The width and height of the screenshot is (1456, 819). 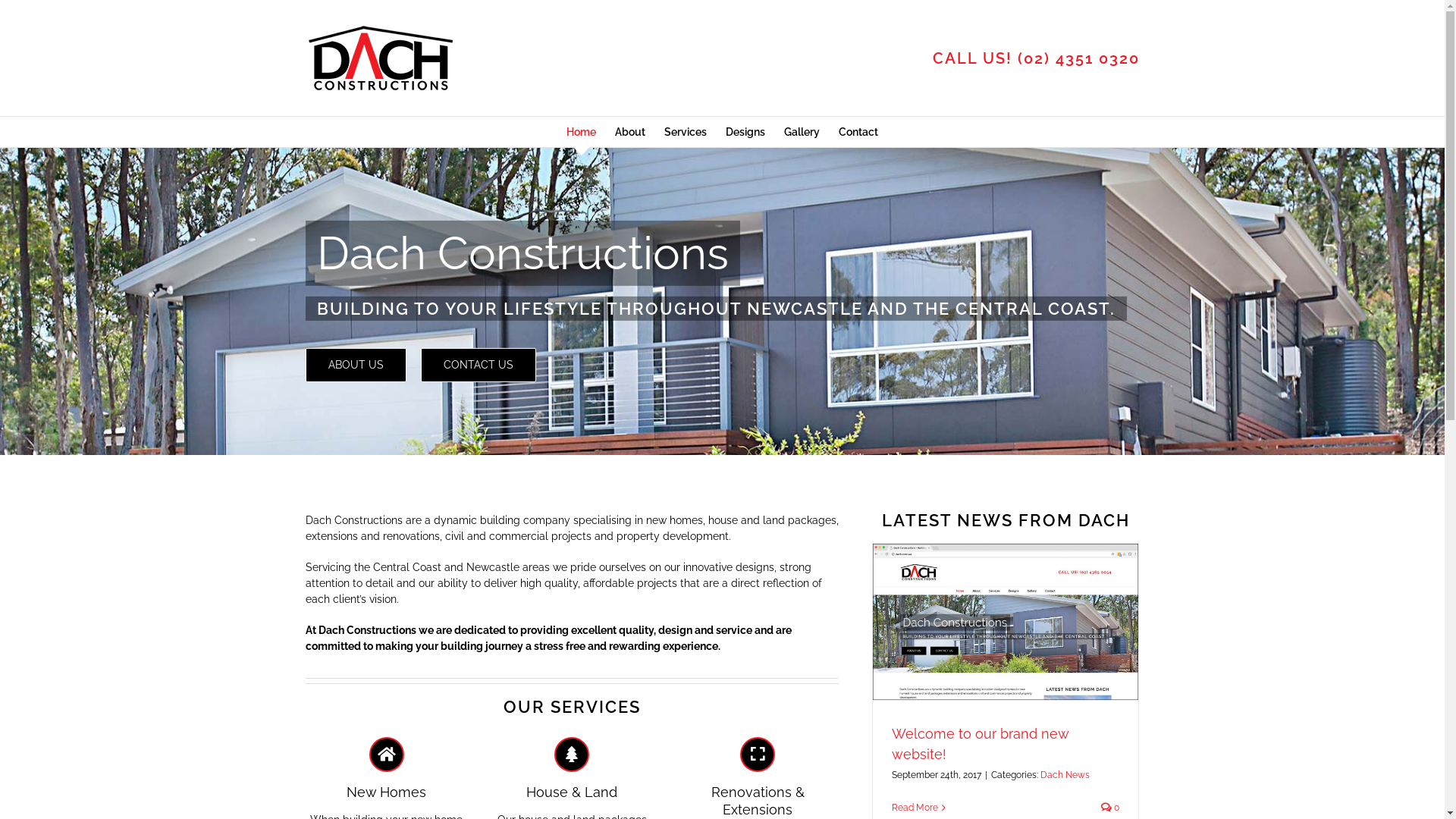 I want to click on 'Read More', so click(x=914, y=806).